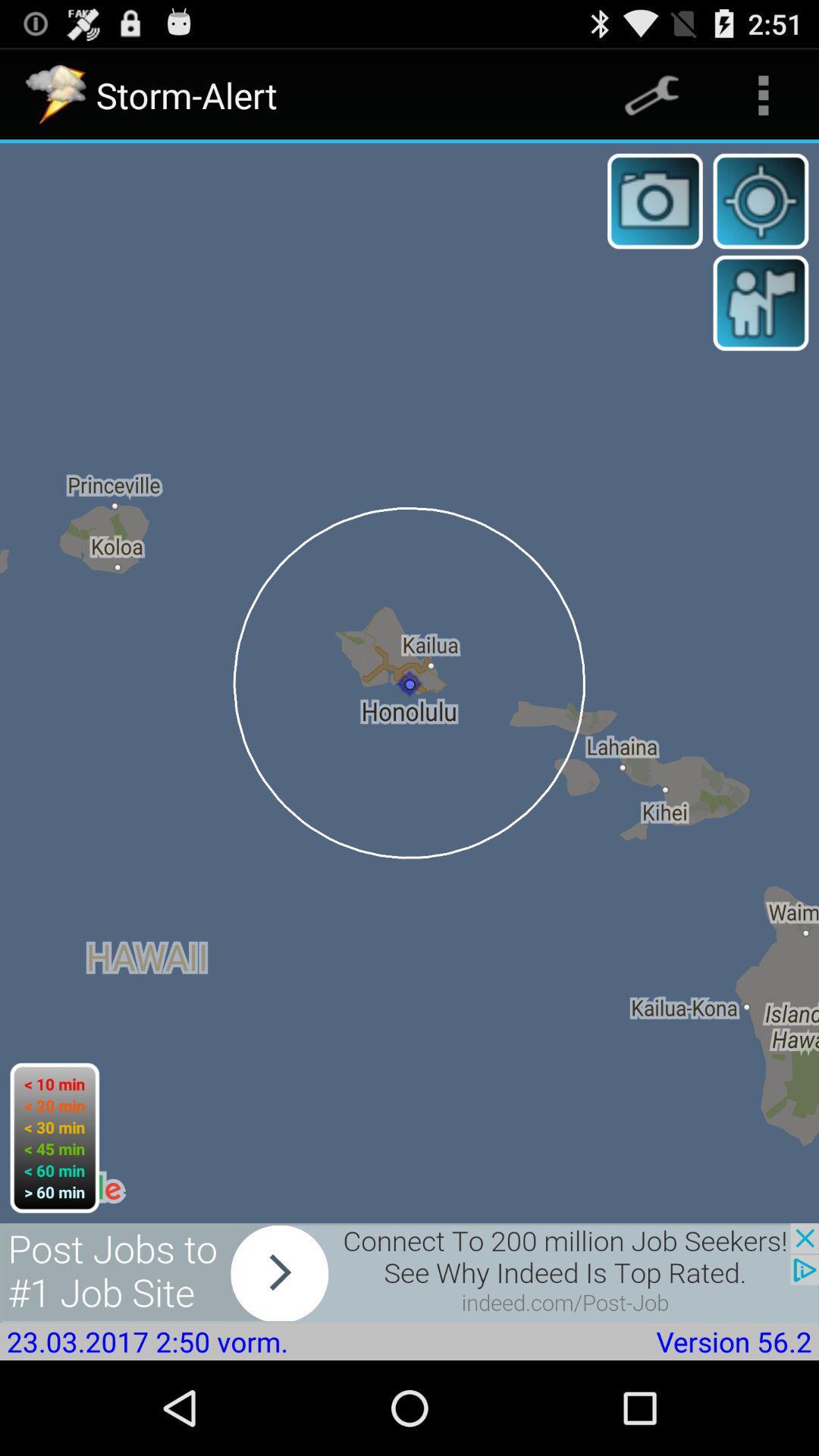 The image size is (819, 1456). Describe the element at coordinates (409, 1272) in the screenshot. I see `goes to advertisement` at that location.